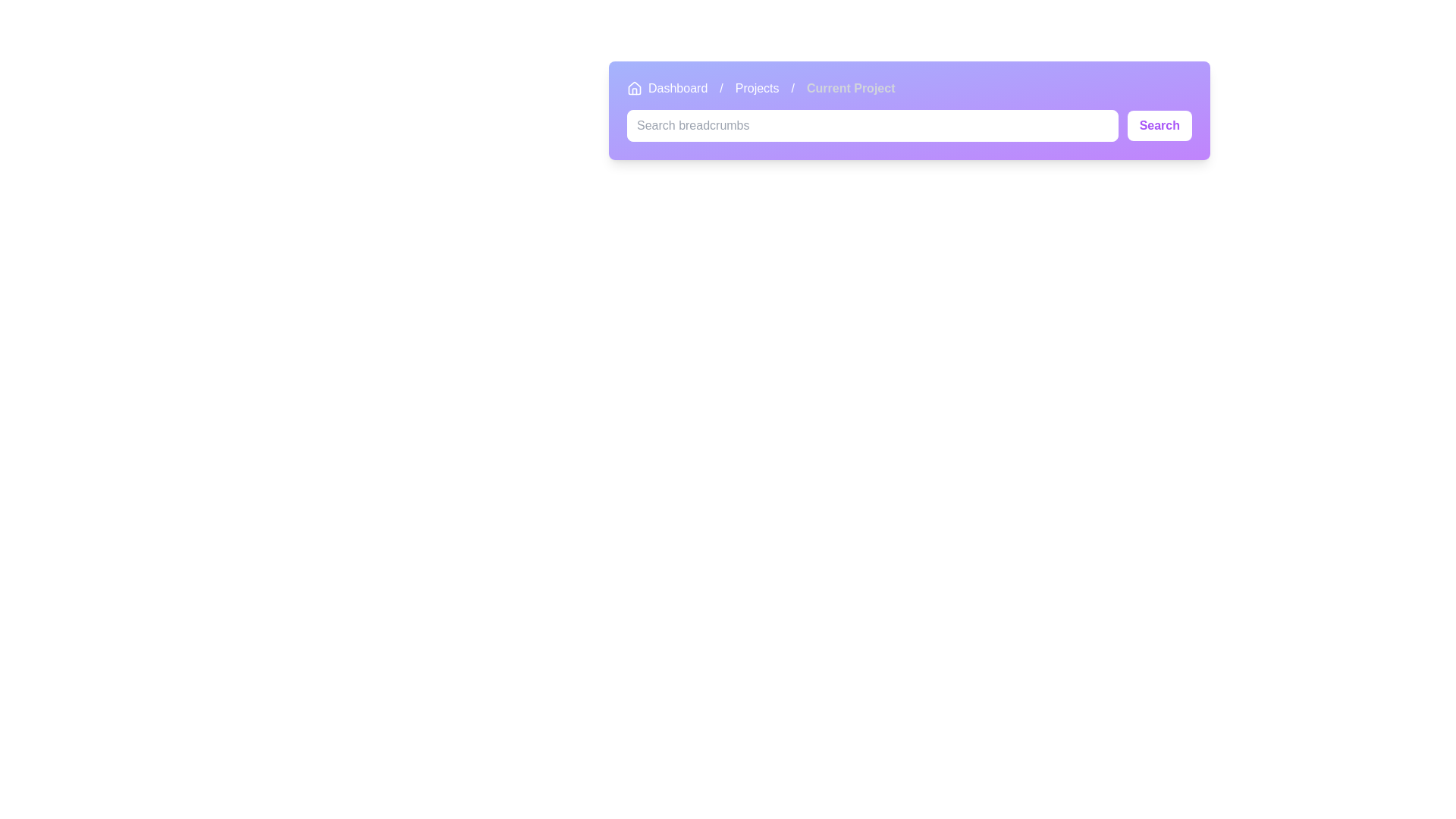  Describe the element at coordinates (757, 88) in the screenshot. I see `the 'Projects' hyperlink text element, which is styled in white and positioned in a breadcrumb navigation bar between 'Dashboard' and 'Current Project'` at that location.